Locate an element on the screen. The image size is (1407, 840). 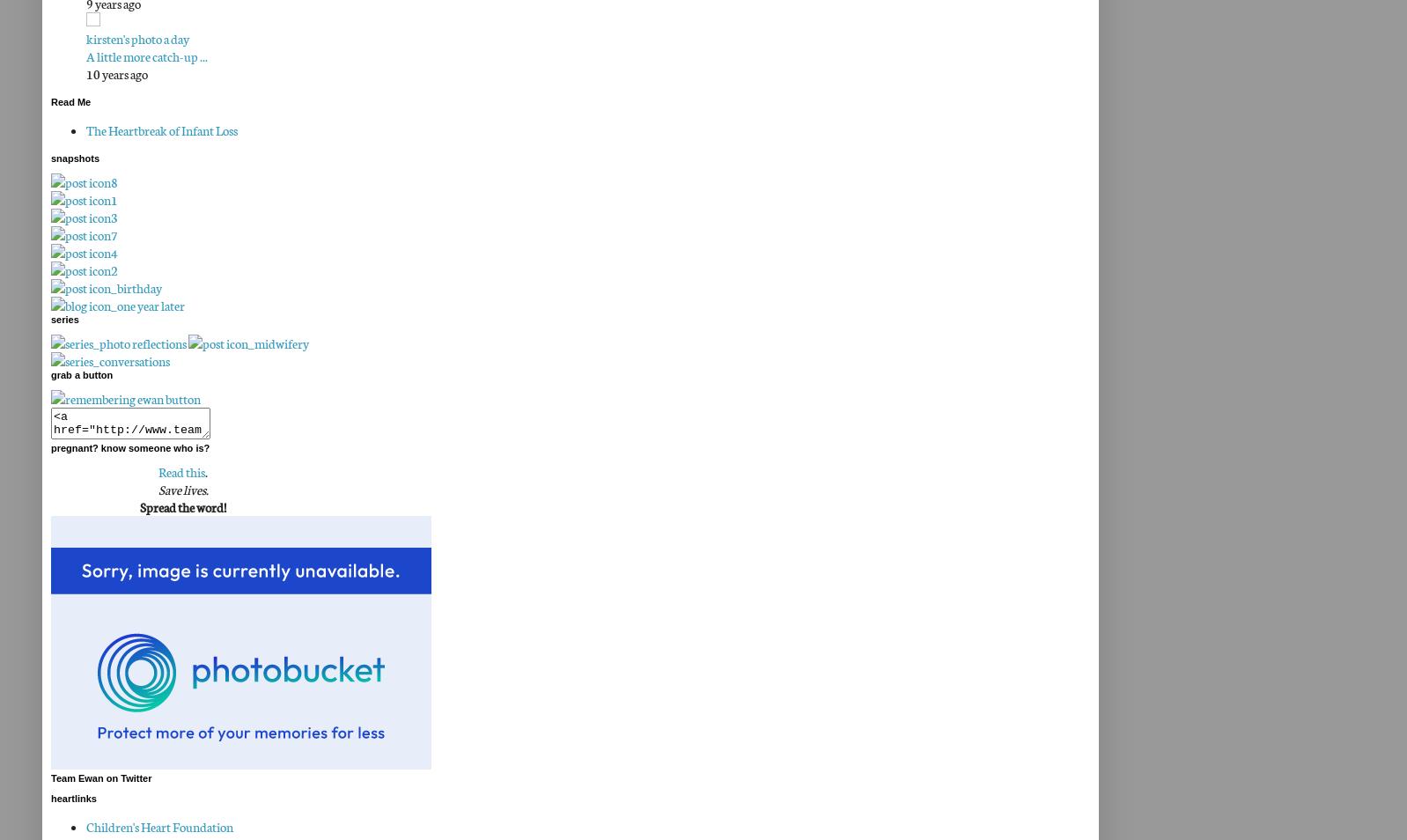
'snapshots' is located at coordinates (74, 158).